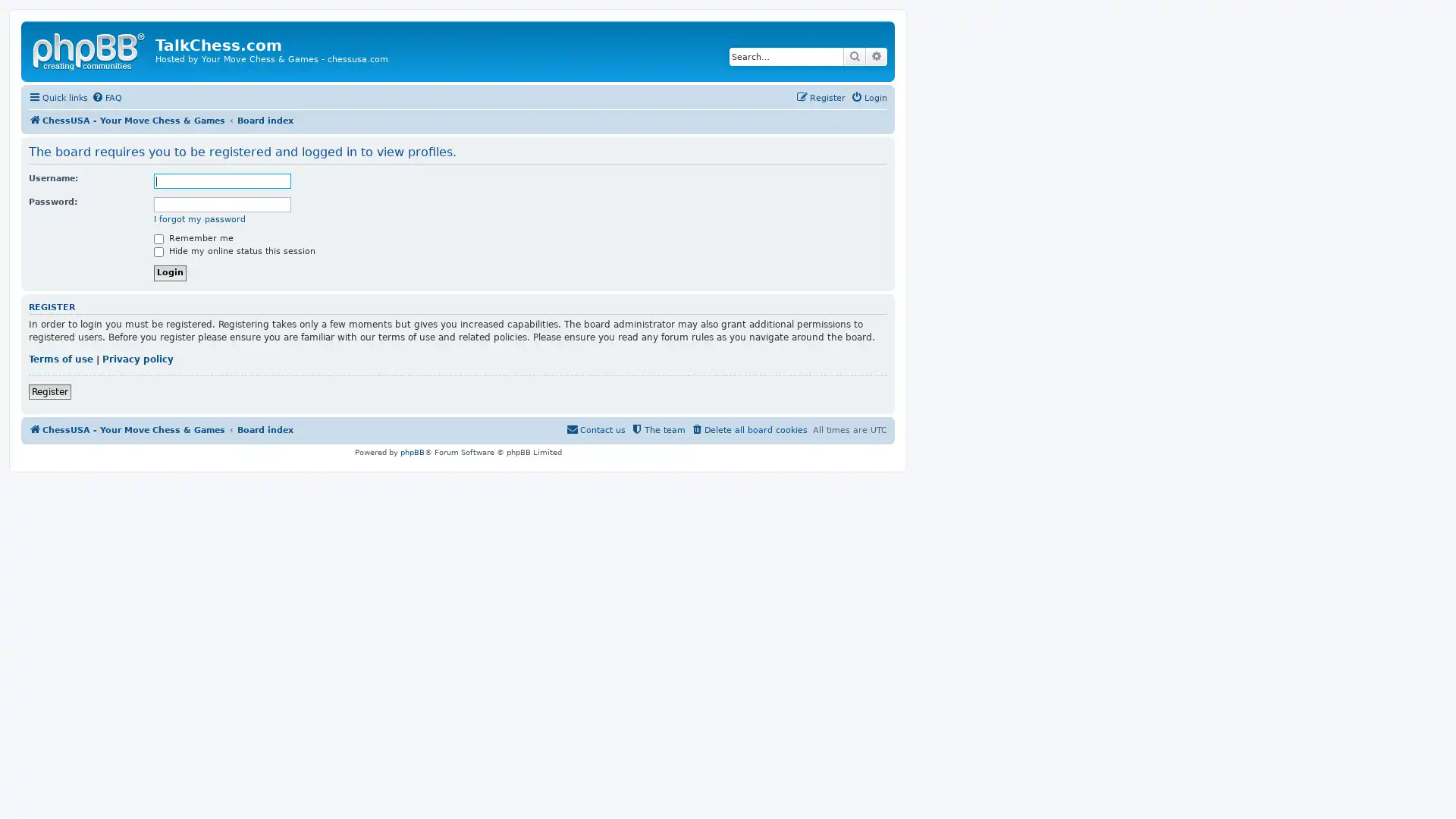 This screenshot has height=819, width=1456. Describe the element at coordinates (170, 271) in the screenshot. I see `Login` at that location.